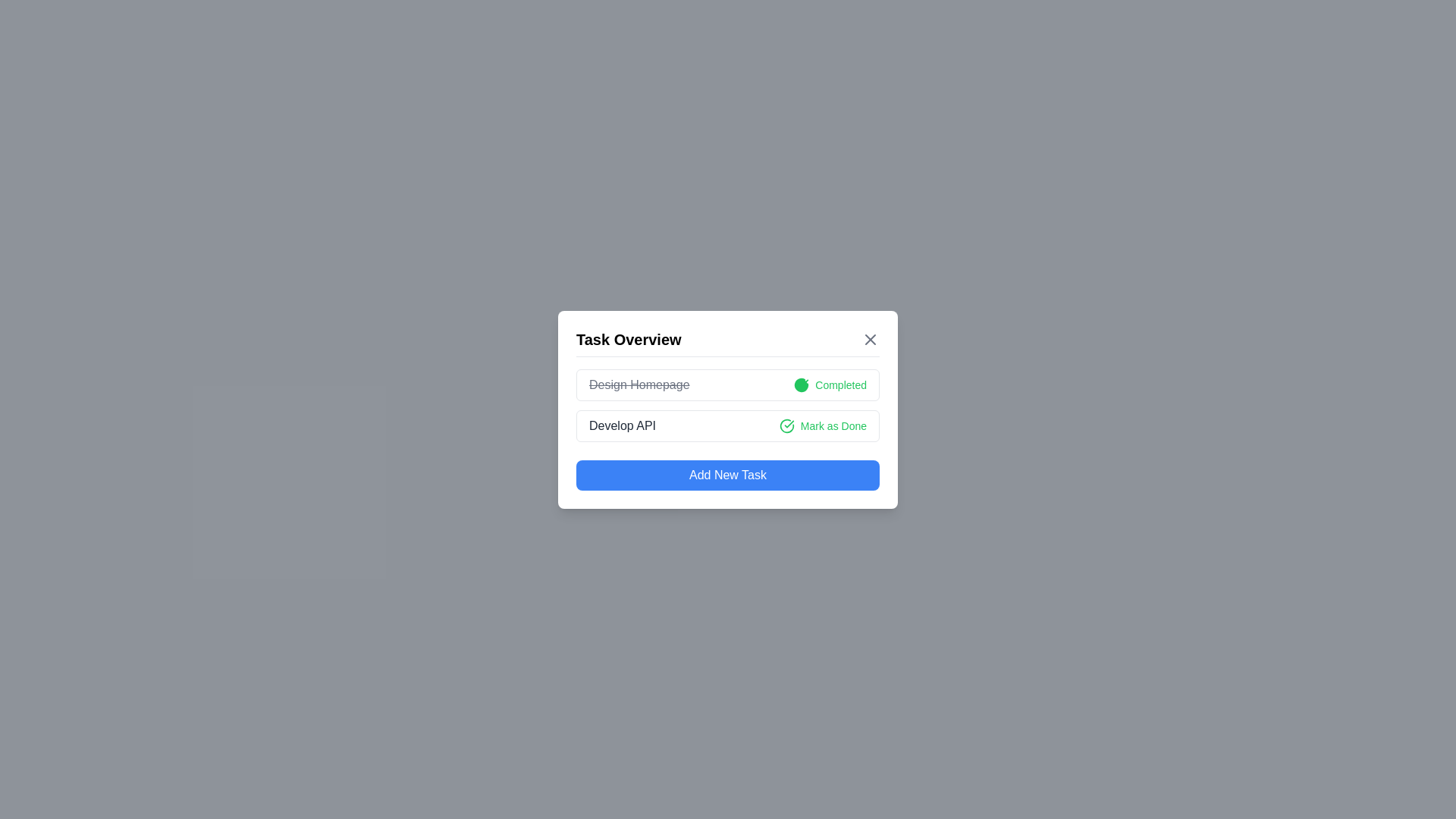  What do you see at coordinates (801, 384) in the screenshot?
I see `the Status indicator icon for the task 'Design Homepage', which is positioned to the left of the text 'Completed' in the 'Task Overview' dialog` at bounding box center [801, 384].